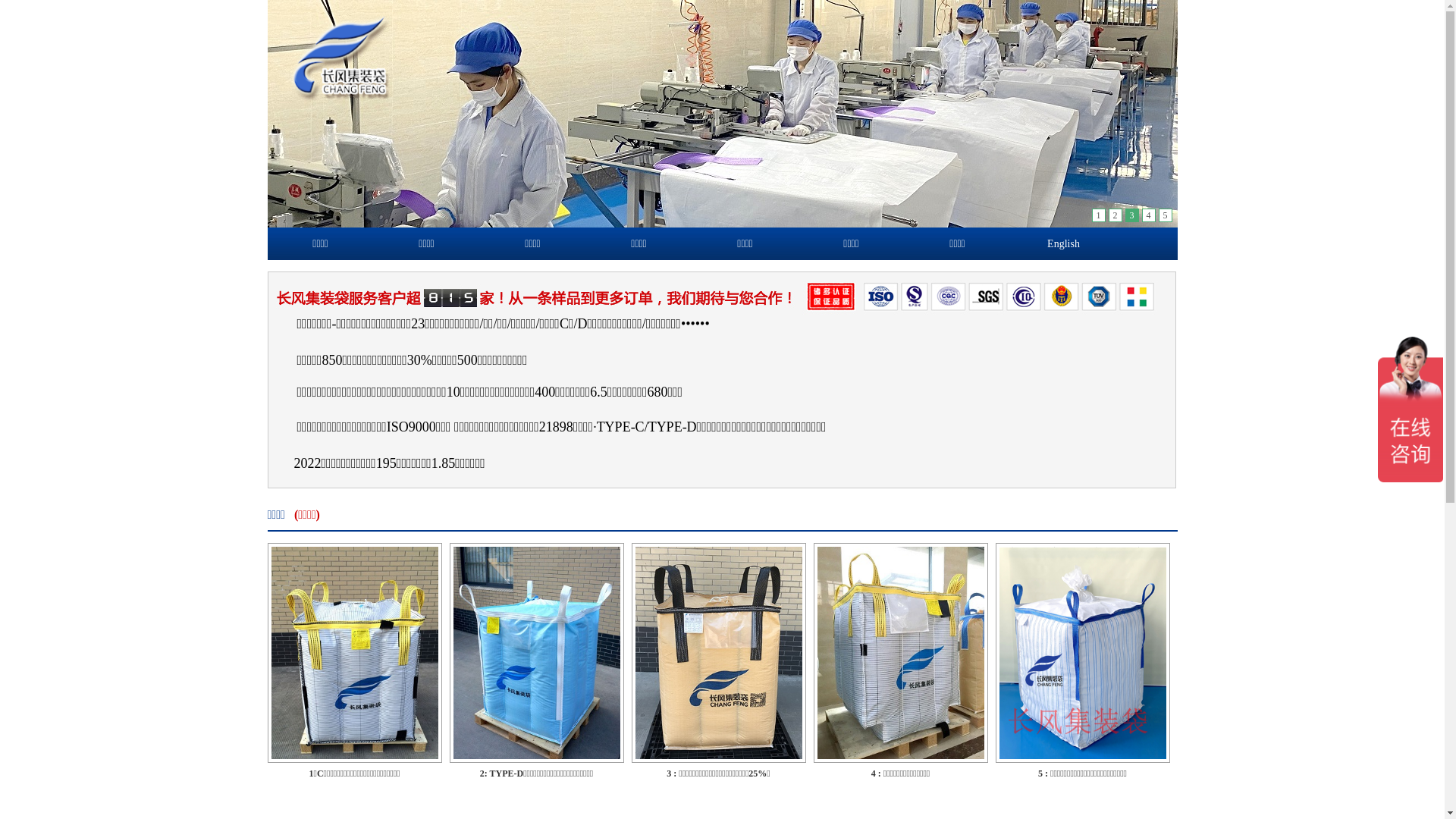 This screenshot has height=819, width=1456. What do you see at coordinates (1062, 243) in the screenshot?
I see `'English'` at bounding box center [1062, 243].